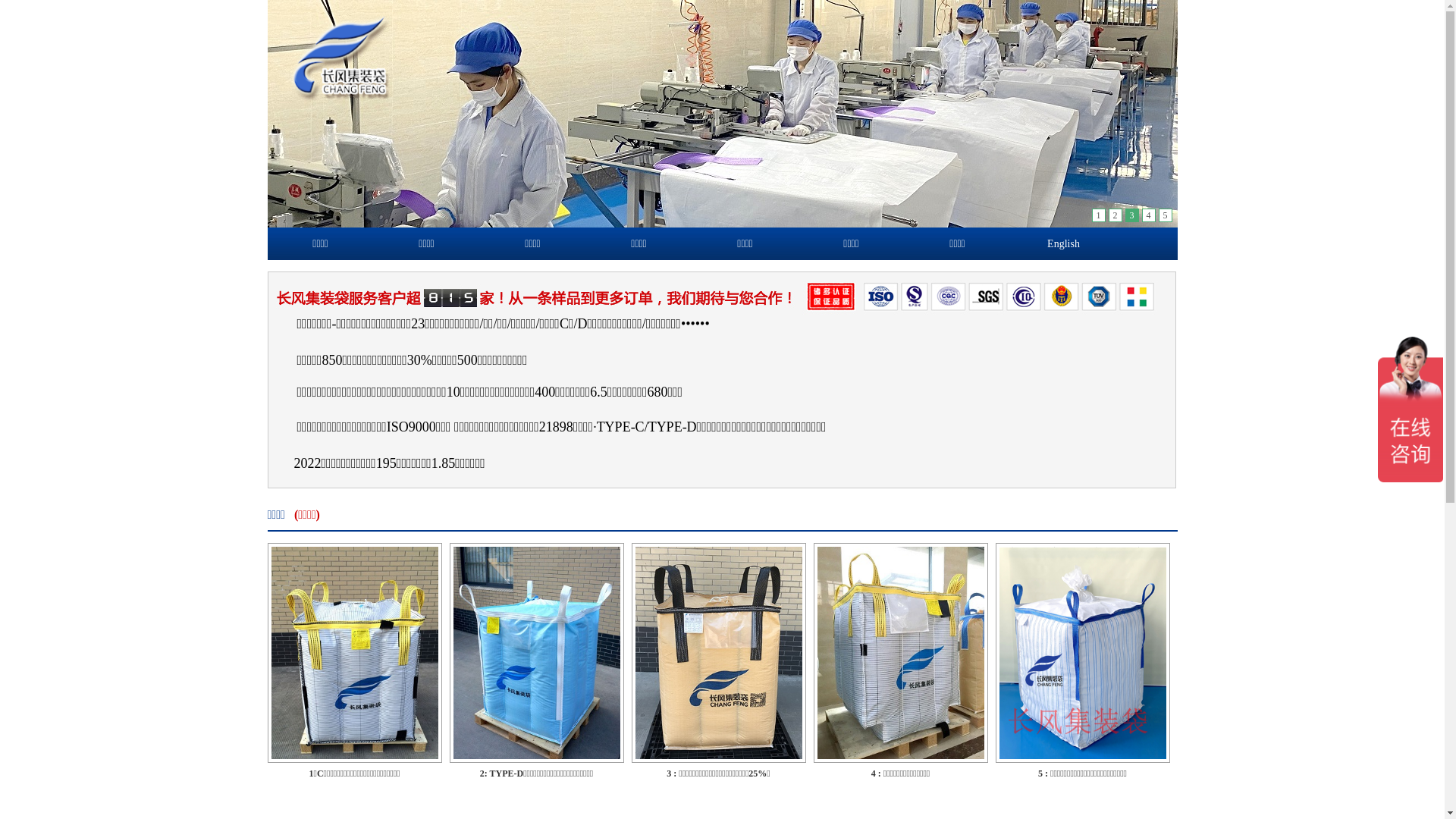 This screenshot has height=819, width=1456. What do you see at coordinates (1062, 243) in the screenshot?
I see `'English'` at bounding box center [1062, 243].